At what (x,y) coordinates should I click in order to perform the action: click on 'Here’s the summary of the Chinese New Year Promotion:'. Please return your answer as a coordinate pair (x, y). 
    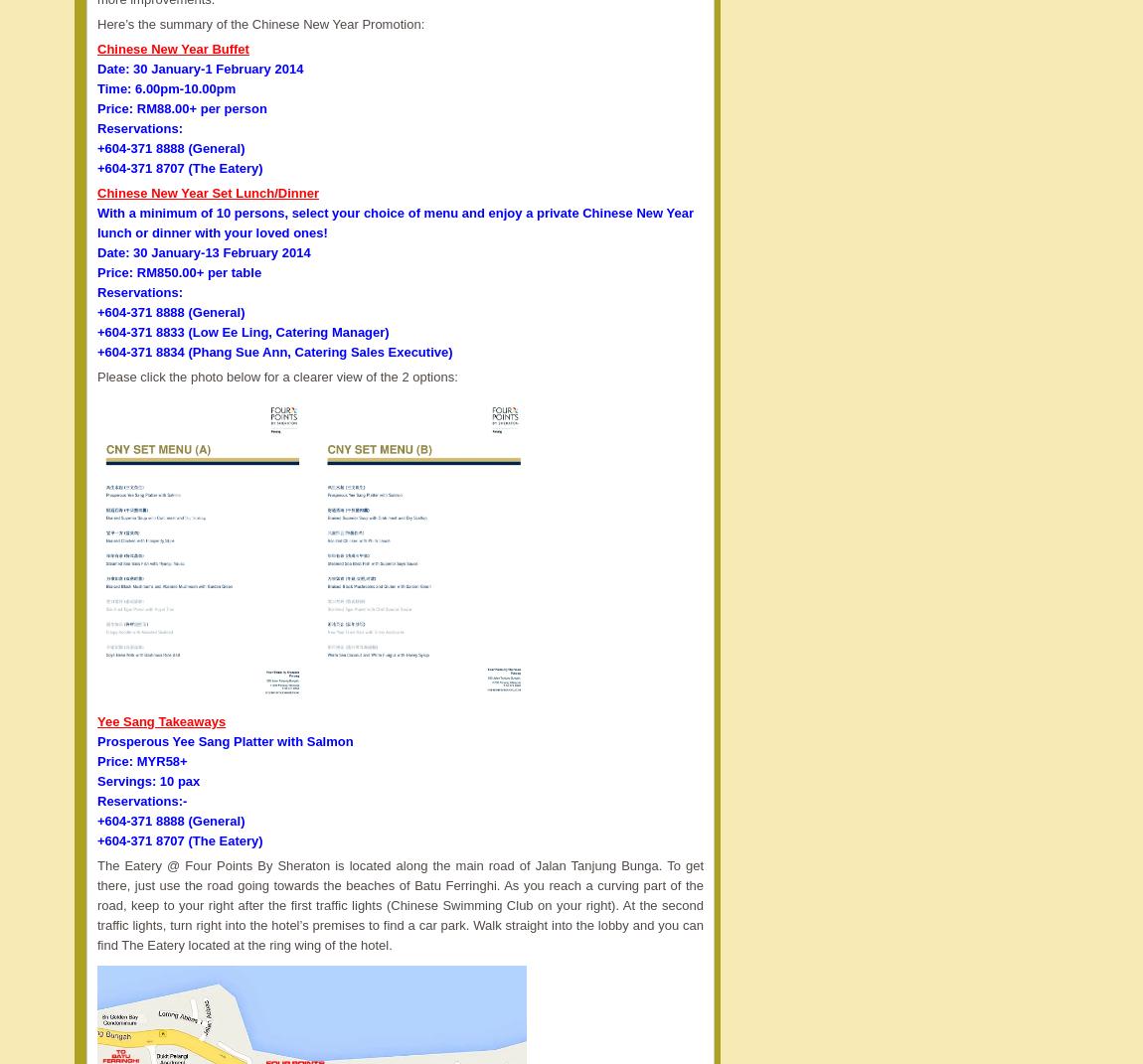
    Looking at the image, I should click on (95, 22).